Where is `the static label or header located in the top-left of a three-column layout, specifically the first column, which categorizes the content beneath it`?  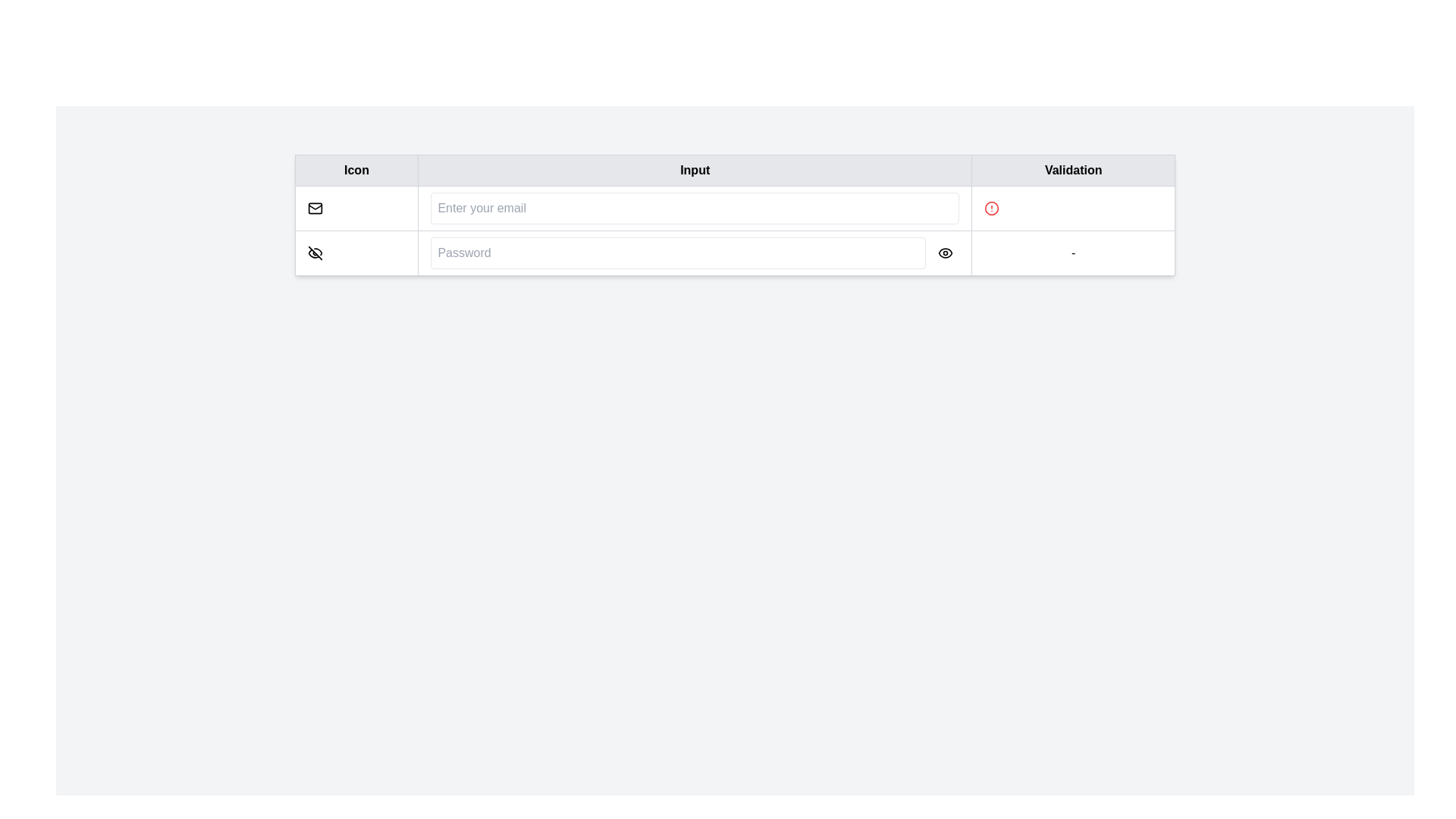 the static label or header located in the top-left of a three-column layout, specifically the first column, which categorizes the content beneath it is located at coordinates (356, 170).